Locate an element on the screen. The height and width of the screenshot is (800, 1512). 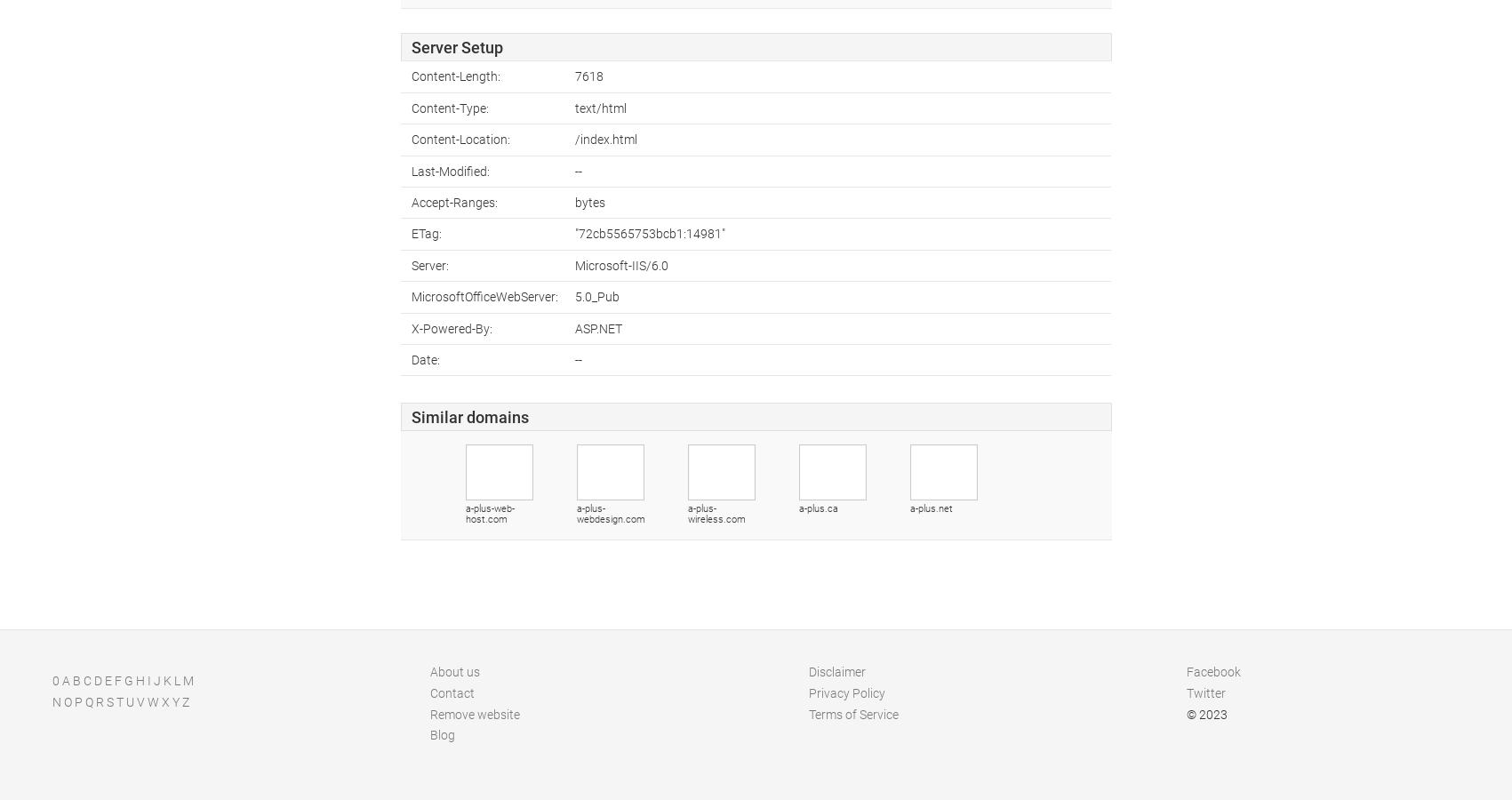
'Content-Type:' is located at coordinates (450, 107).